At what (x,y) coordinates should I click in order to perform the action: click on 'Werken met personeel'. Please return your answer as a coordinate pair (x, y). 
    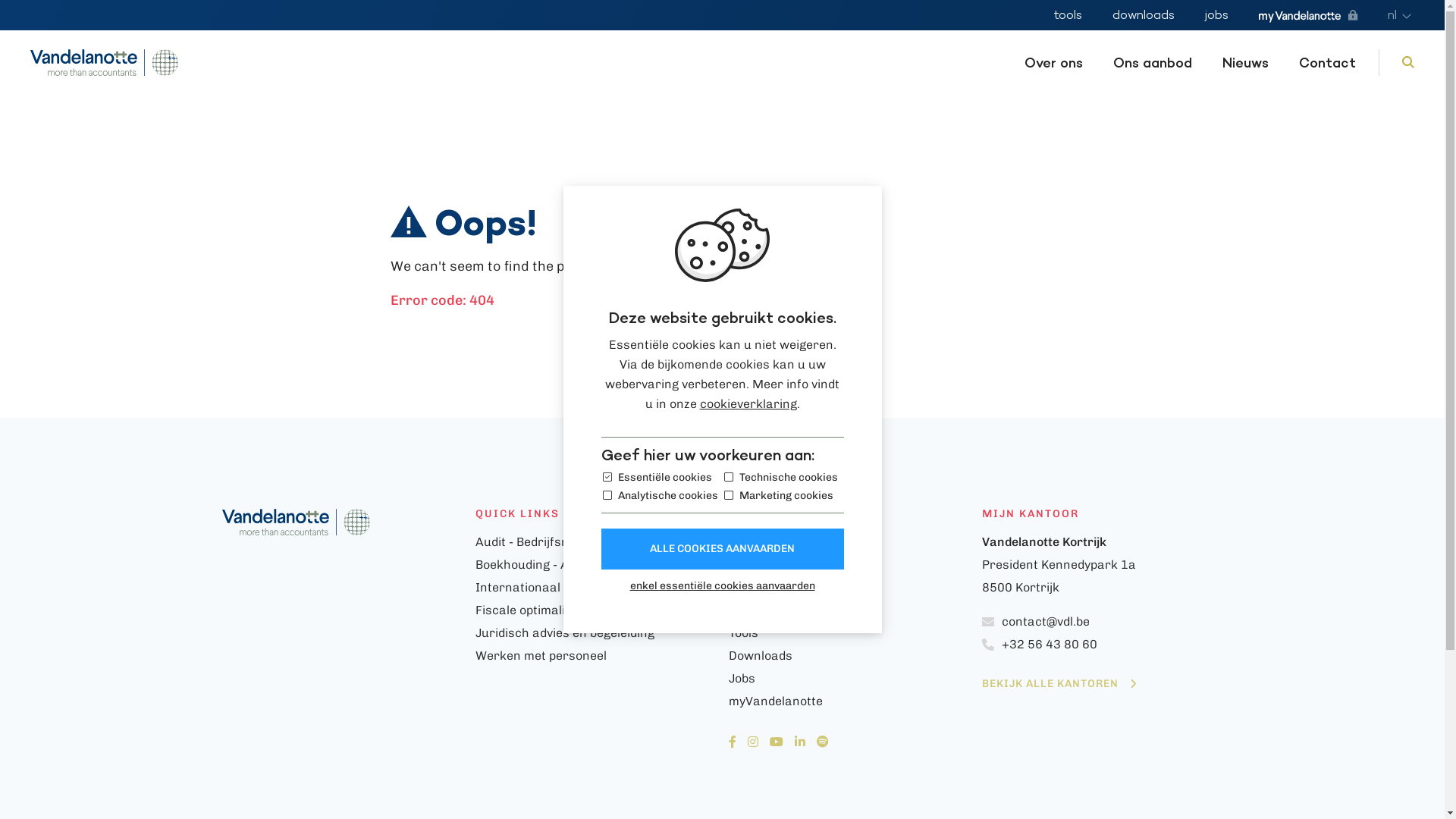
    Looking at the image, I should click on (473, 654).